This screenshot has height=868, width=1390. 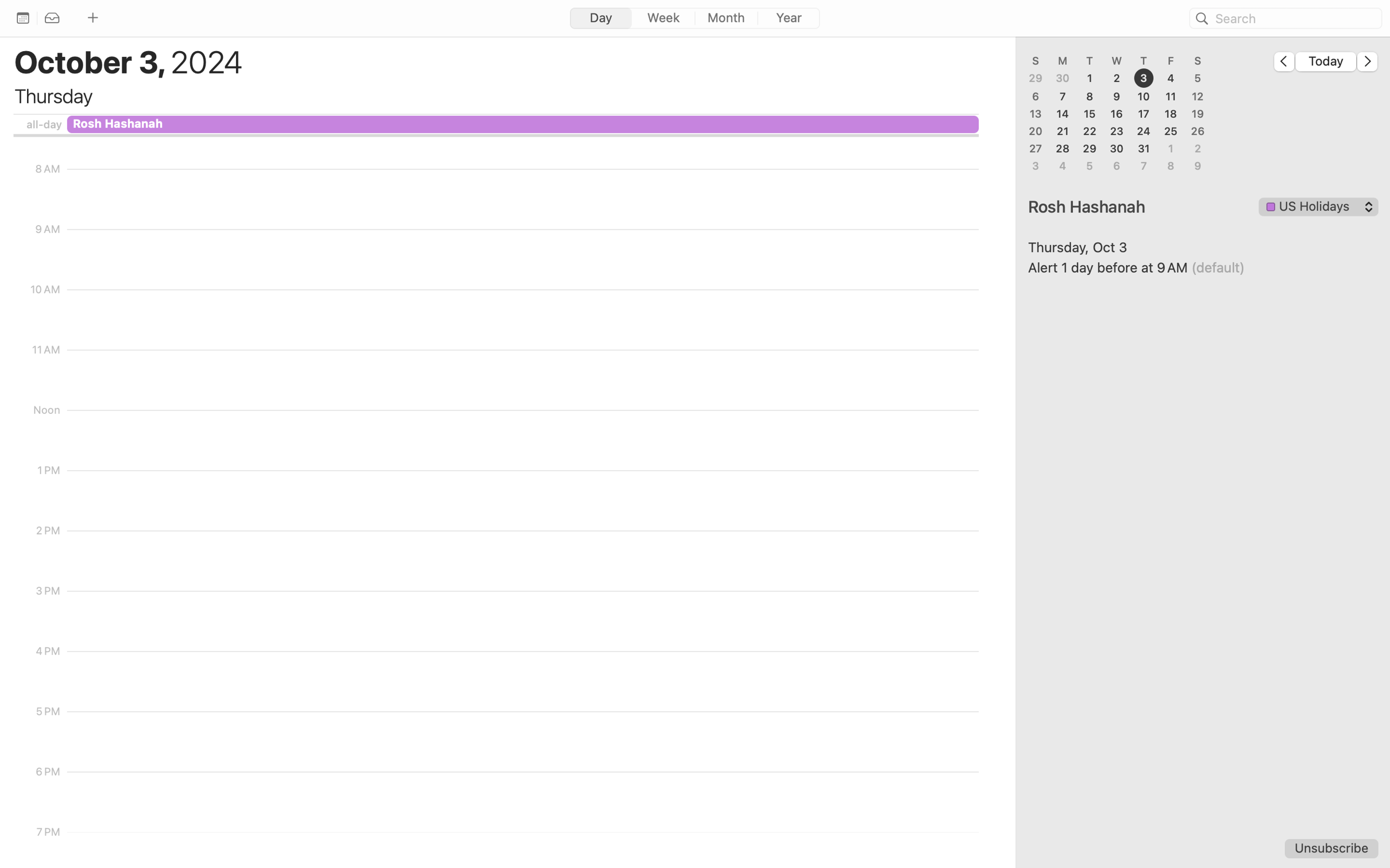 I want to click on '19', so click(x=1197, y=113).